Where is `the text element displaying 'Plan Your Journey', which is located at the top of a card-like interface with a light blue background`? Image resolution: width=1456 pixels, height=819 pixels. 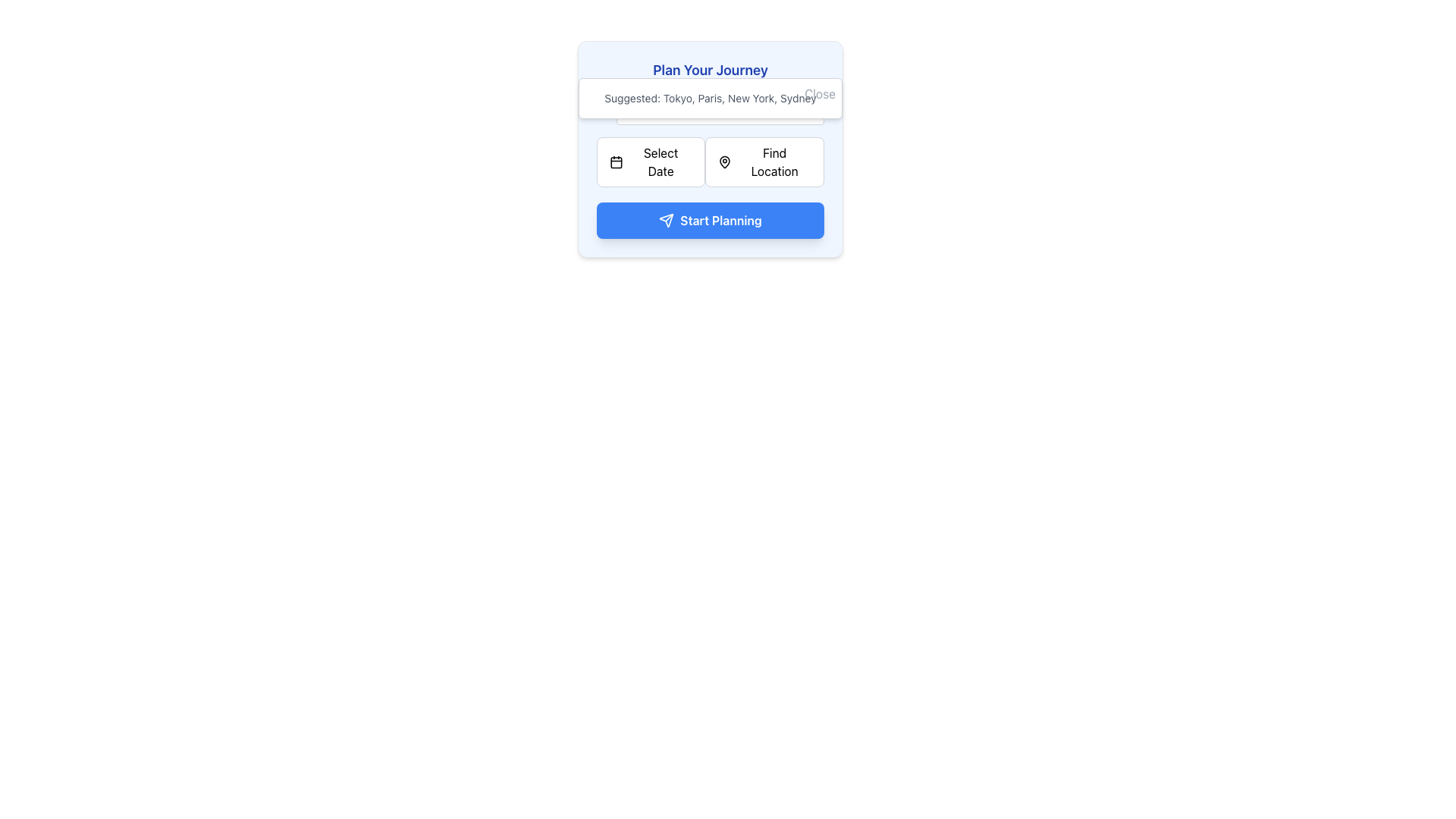
the text element displaying 'Plan Your Journey', which is located at the top of a card-like interface with a light blue background is located at coordinates (709, 70).